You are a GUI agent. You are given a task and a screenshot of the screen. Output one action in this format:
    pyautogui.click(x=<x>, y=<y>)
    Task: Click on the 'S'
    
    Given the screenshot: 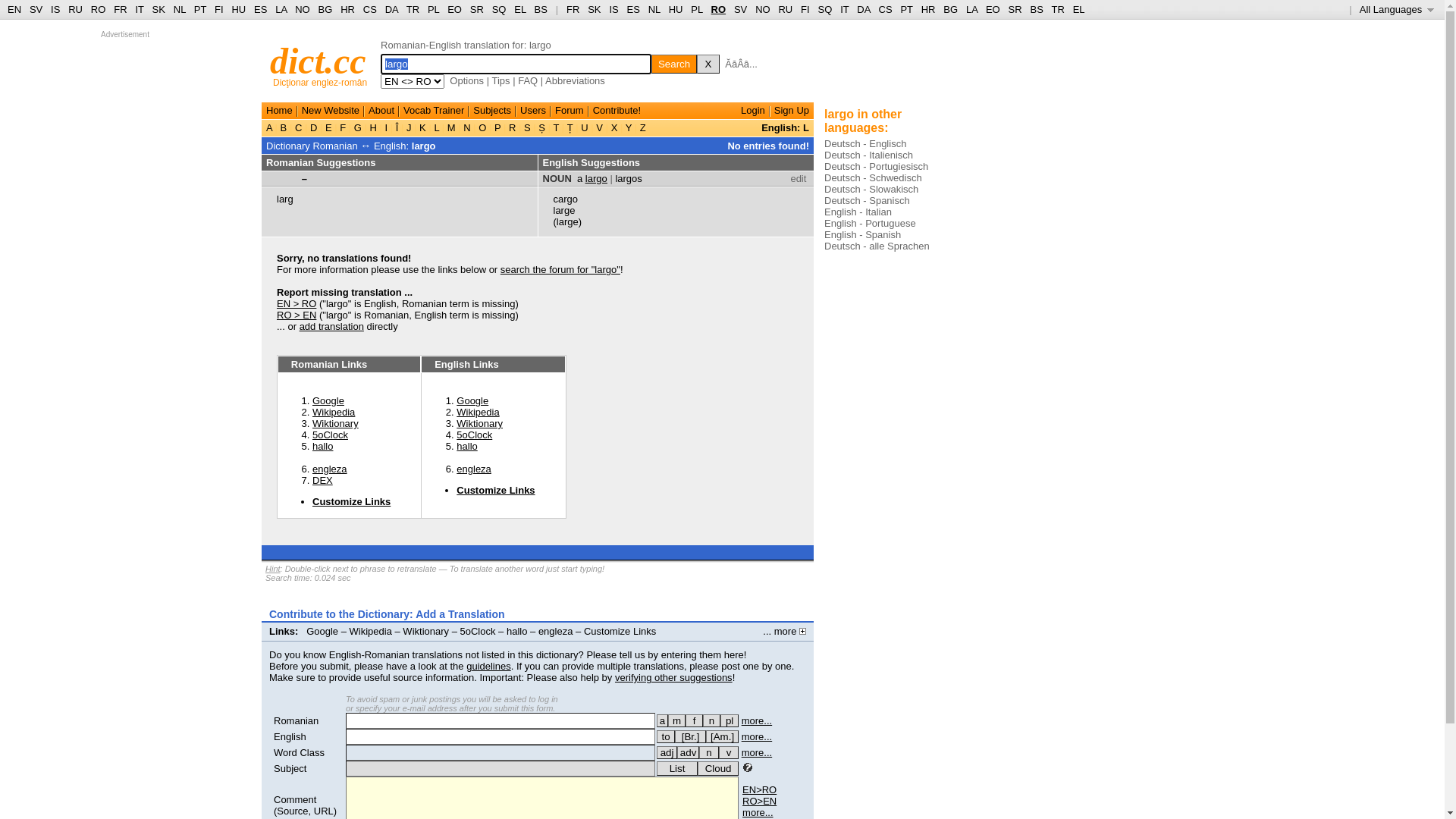 What is the action you would take?
    pyautogui.click(x=527, y=127)
    